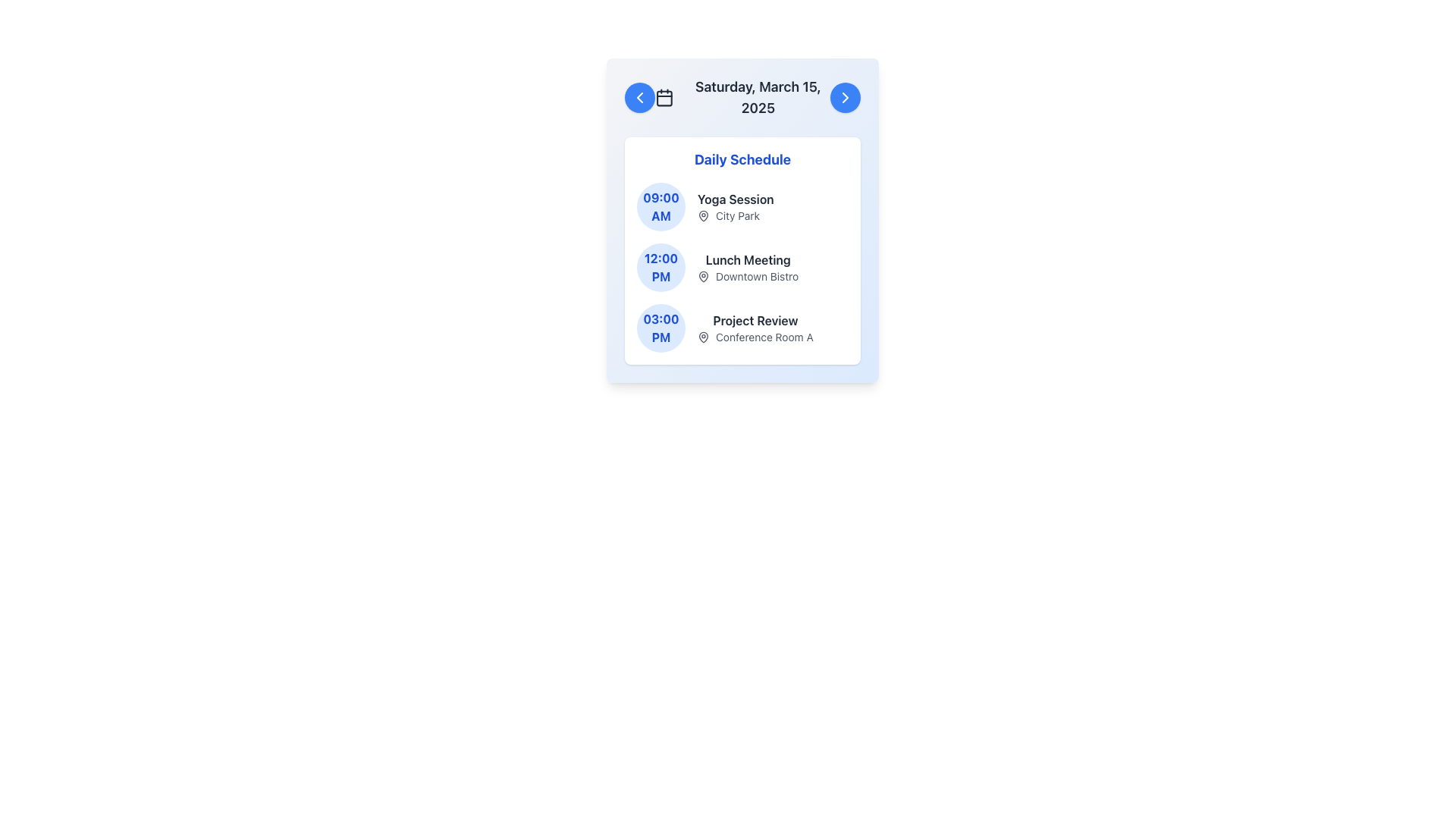 This screenshot has width=1456, height=819. Describe the element at coordinates (844, 97) in the screenshot. I see `the chevron-shaped arrow icon inside the circular button in the top-right corner of the card layout` at that location.